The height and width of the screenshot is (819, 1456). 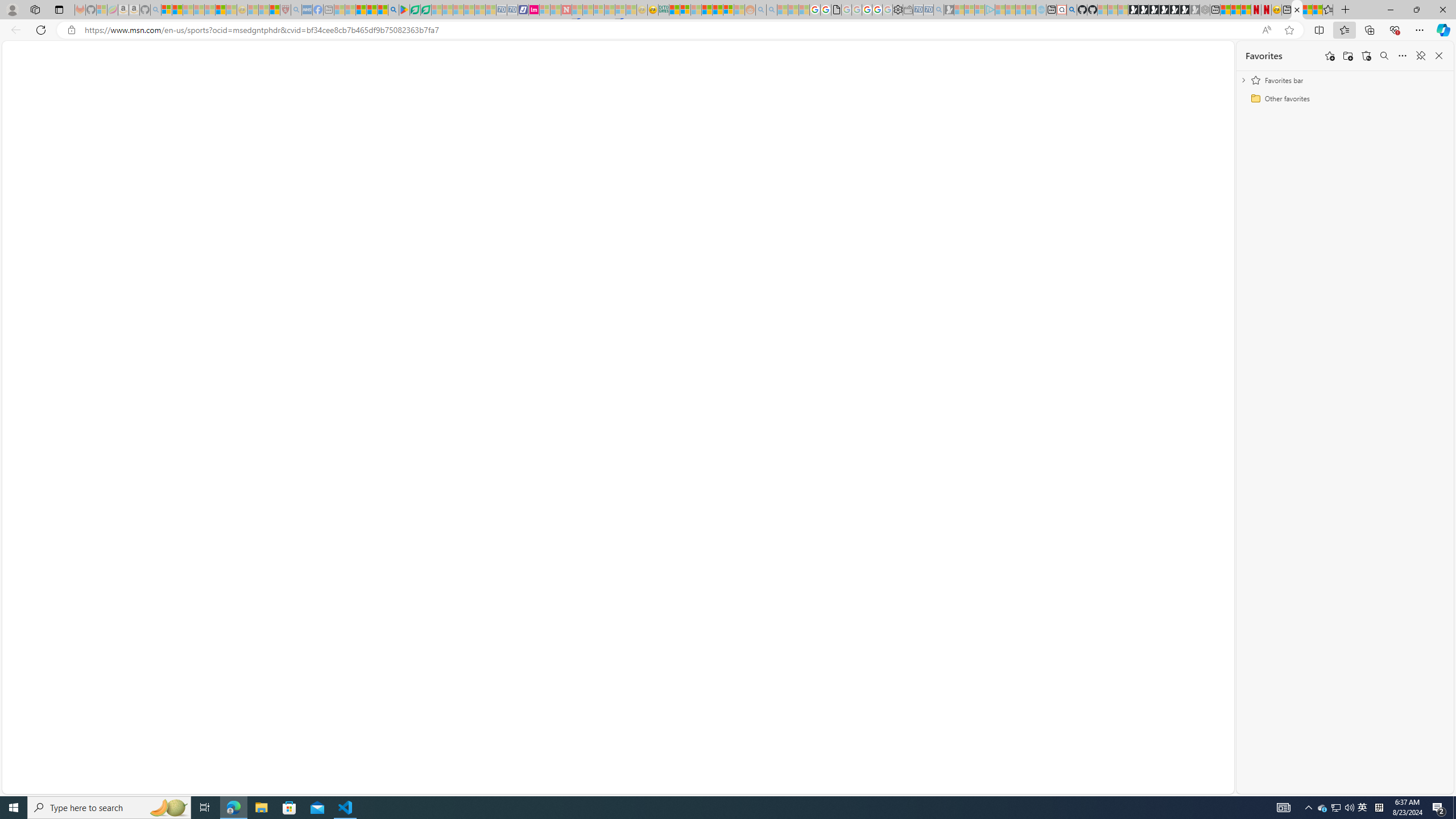 I want to click on 'Jobs - lastminute.com Investor Portal', so click(x=533, y=9).